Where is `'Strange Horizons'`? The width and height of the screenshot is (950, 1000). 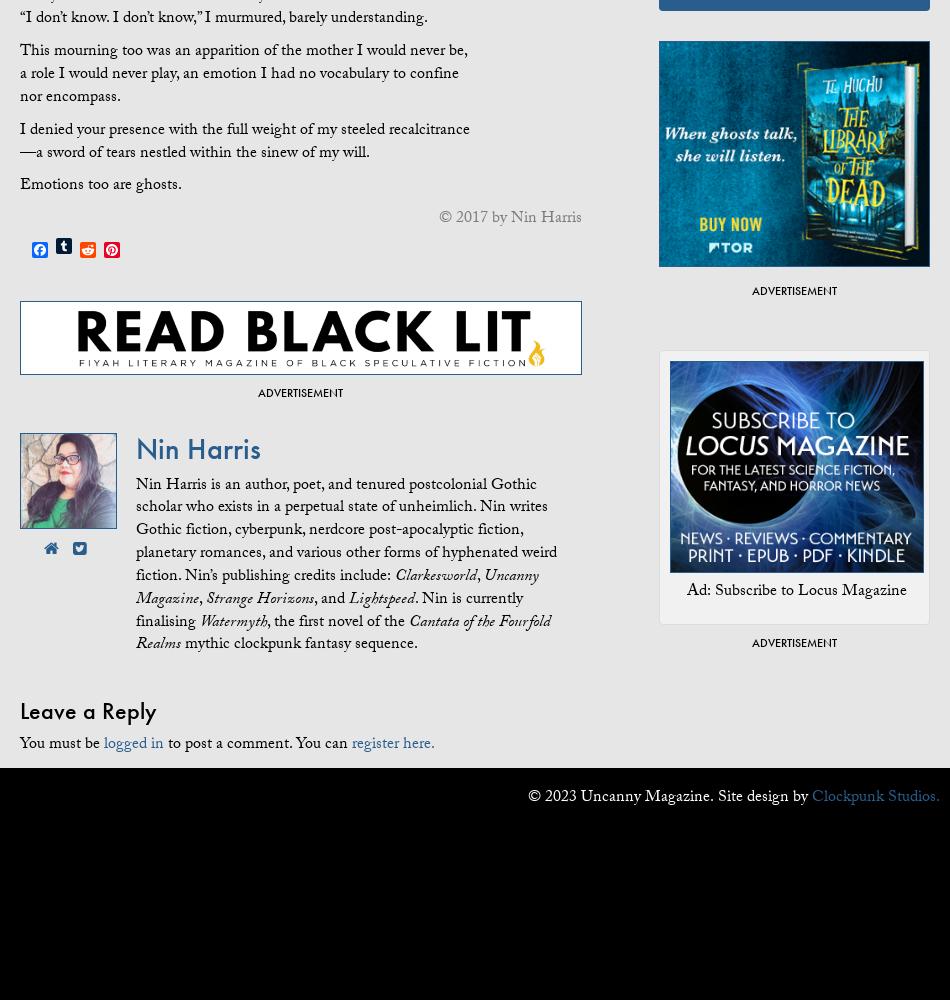
'Strange Horizons' is located at coordinates (259, 598).